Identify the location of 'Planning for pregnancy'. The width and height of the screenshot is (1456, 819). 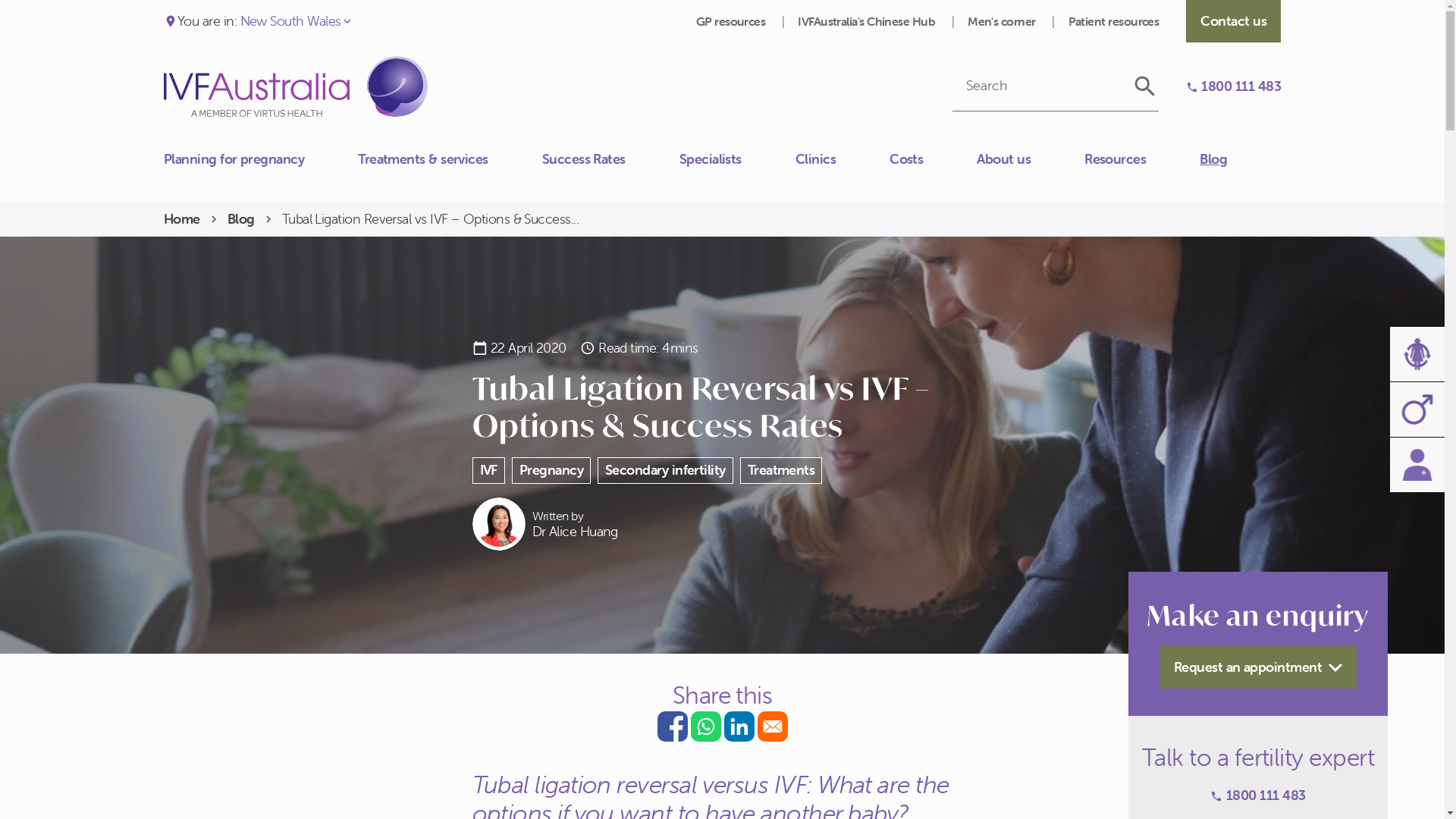
(261, 158).